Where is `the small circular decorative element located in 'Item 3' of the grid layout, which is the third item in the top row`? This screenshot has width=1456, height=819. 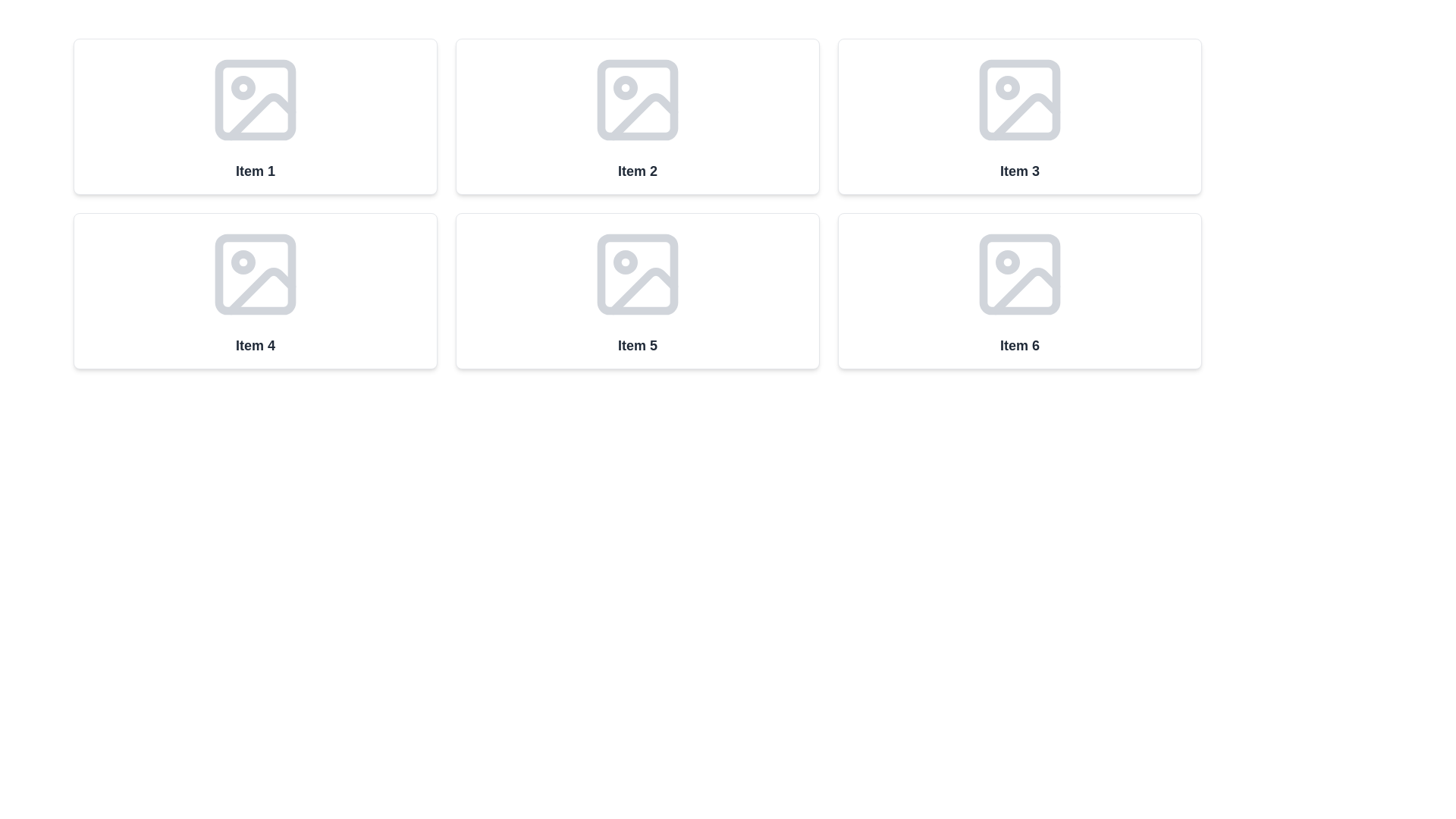
the small circular decorative element located in 'Item 3' of the grid layout, which is the third item in the top row is located at coordinates (1008, 87).